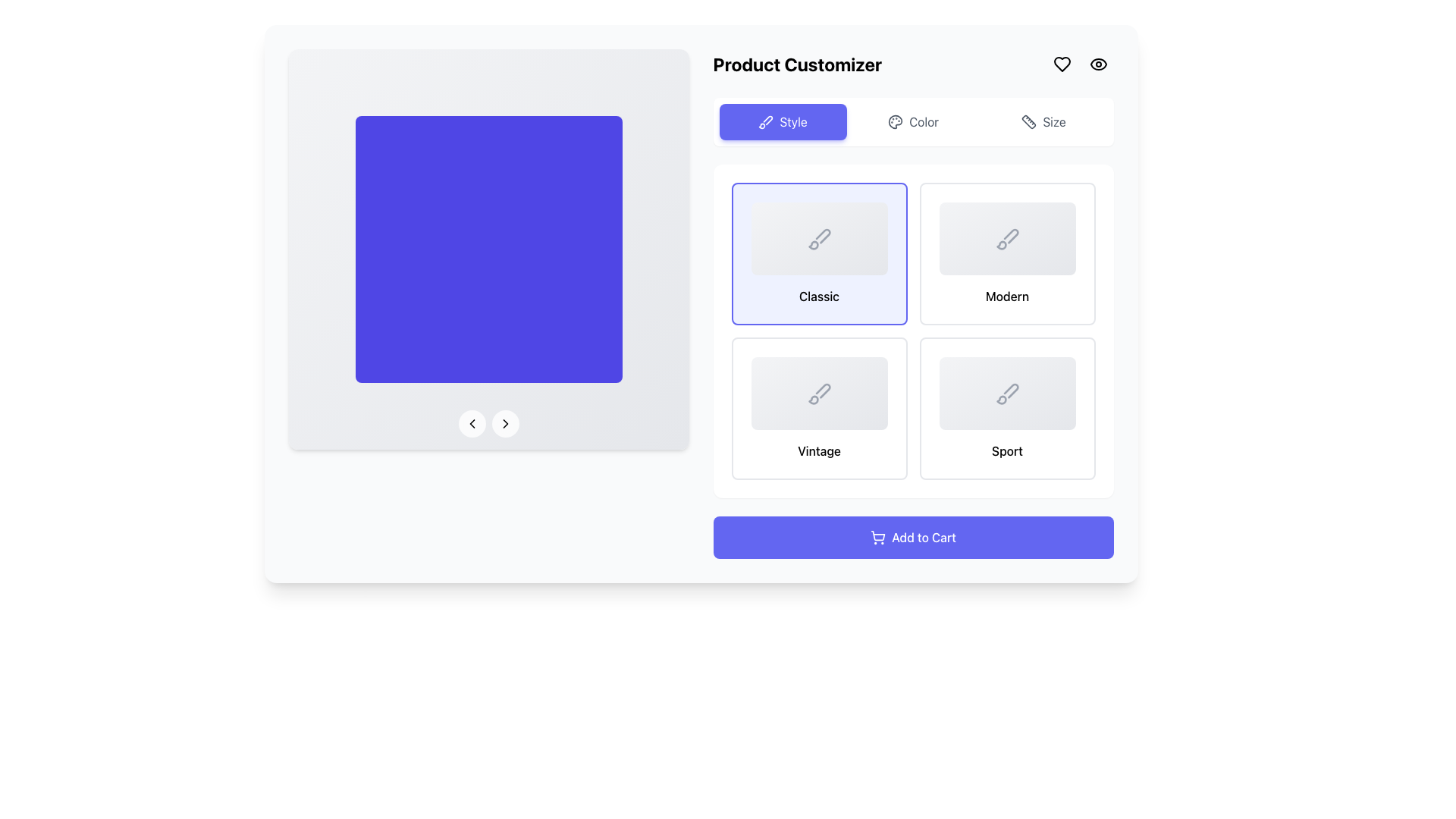  Describe the element at coordinates (1061, 63) in the screenshot. I see `the heart-shaped SVG icon located` at that location.